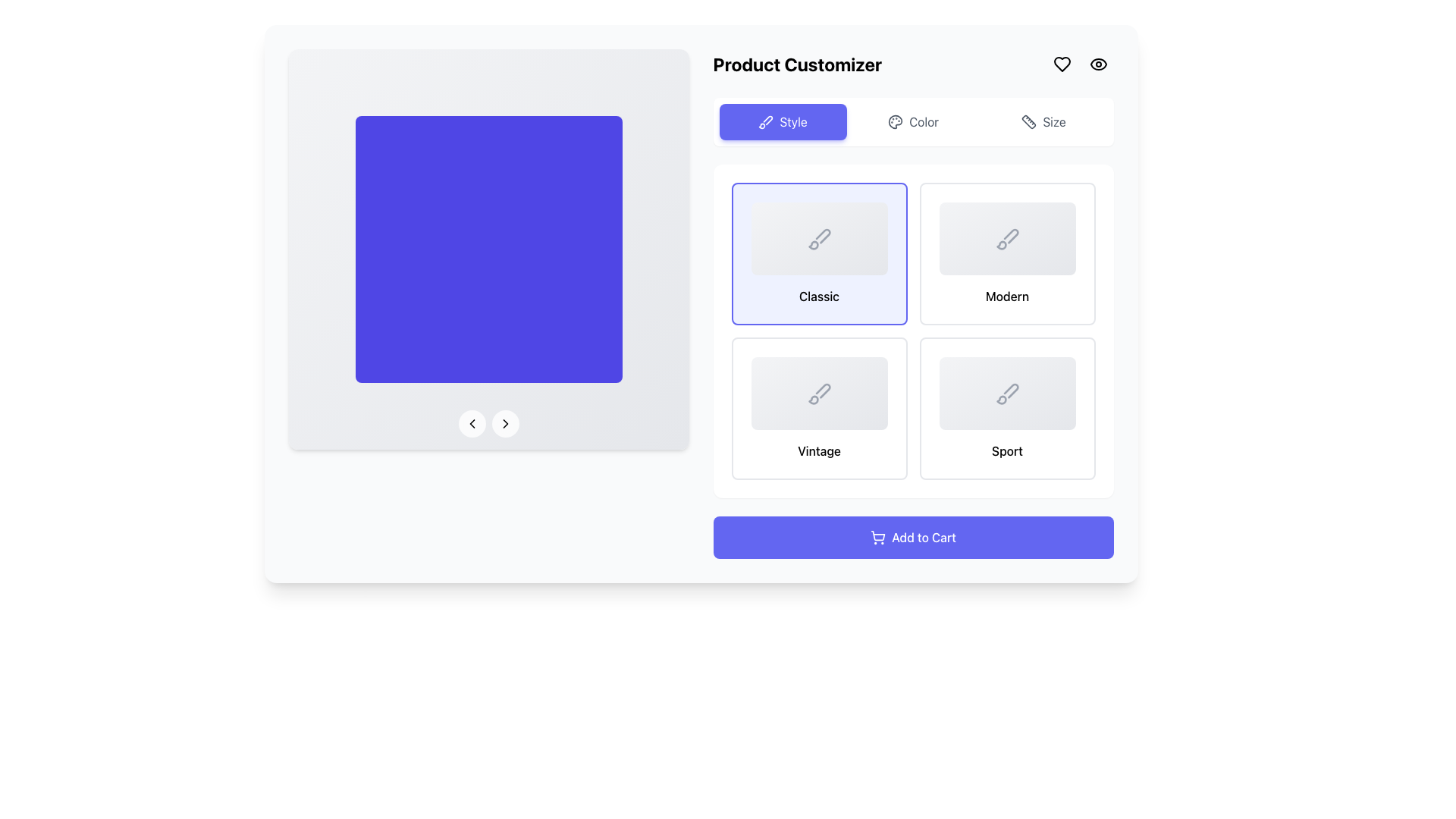  Describe the element at coordinates (1061, 63) in the screenshot. I see `the heart-shaped SVG icon located` at that location.